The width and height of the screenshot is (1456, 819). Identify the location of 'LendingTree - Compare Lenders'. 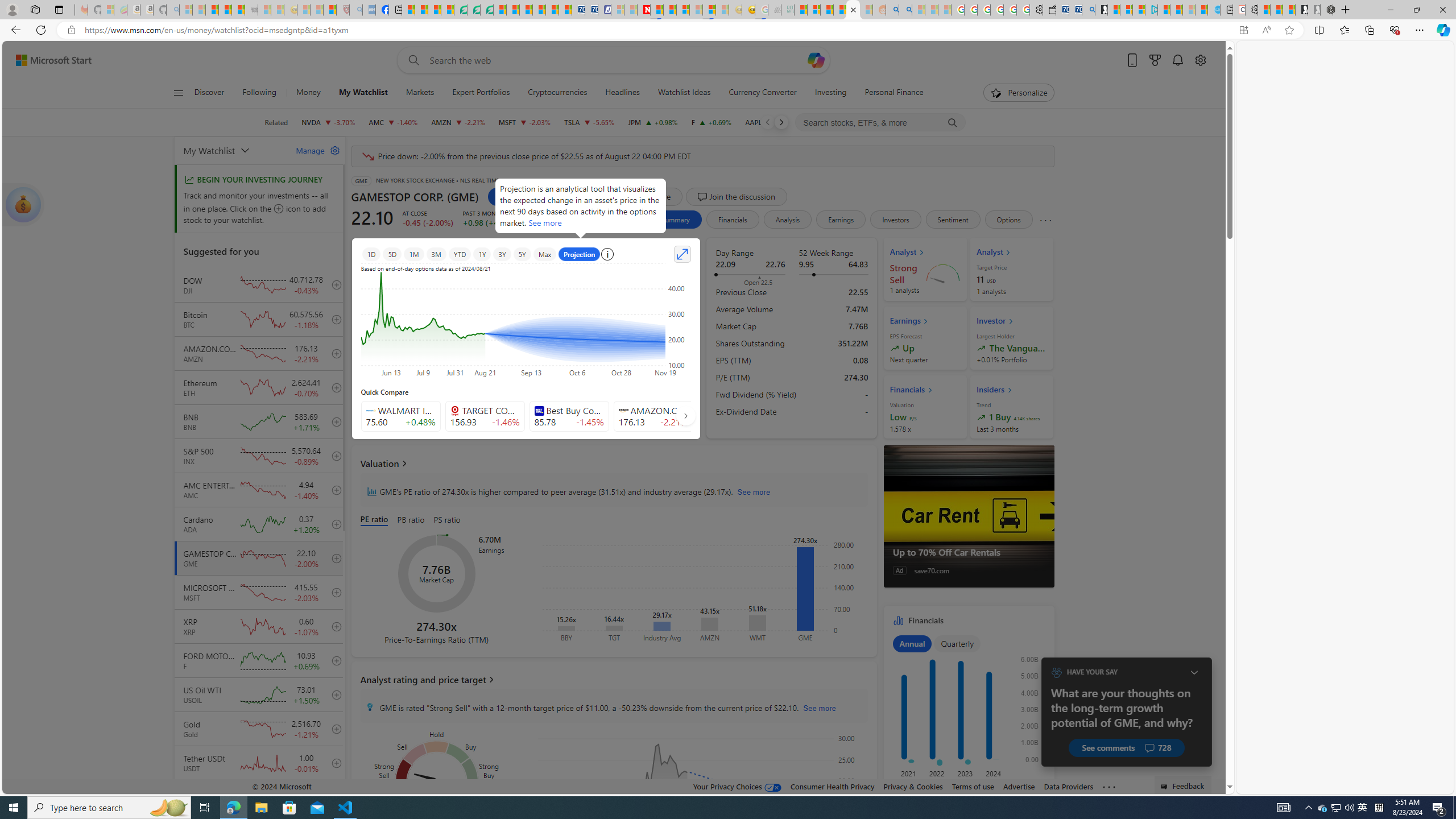
(461, 9).